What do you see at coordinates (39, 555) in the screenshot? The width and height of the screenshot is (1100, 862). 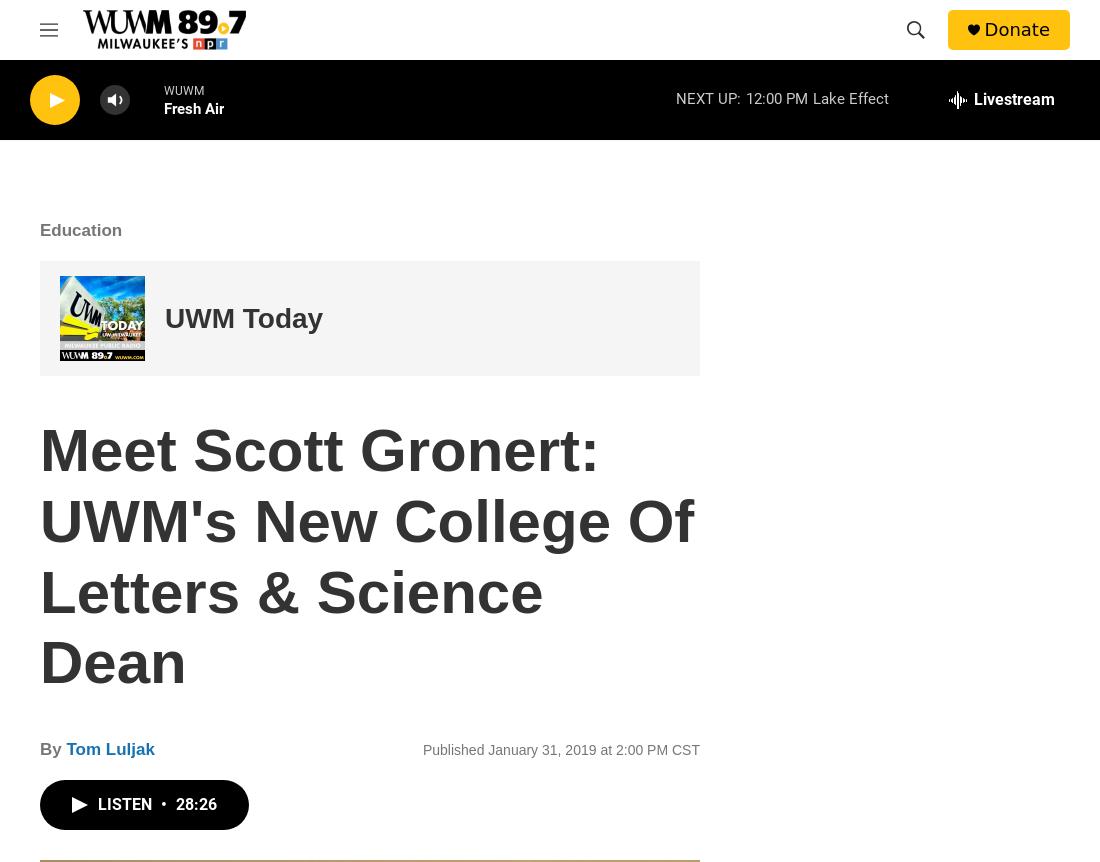 I see `'Meet Scott Gronert: UWM's New College Of Letters & Science Dean'` at bounding box center [39, 555].